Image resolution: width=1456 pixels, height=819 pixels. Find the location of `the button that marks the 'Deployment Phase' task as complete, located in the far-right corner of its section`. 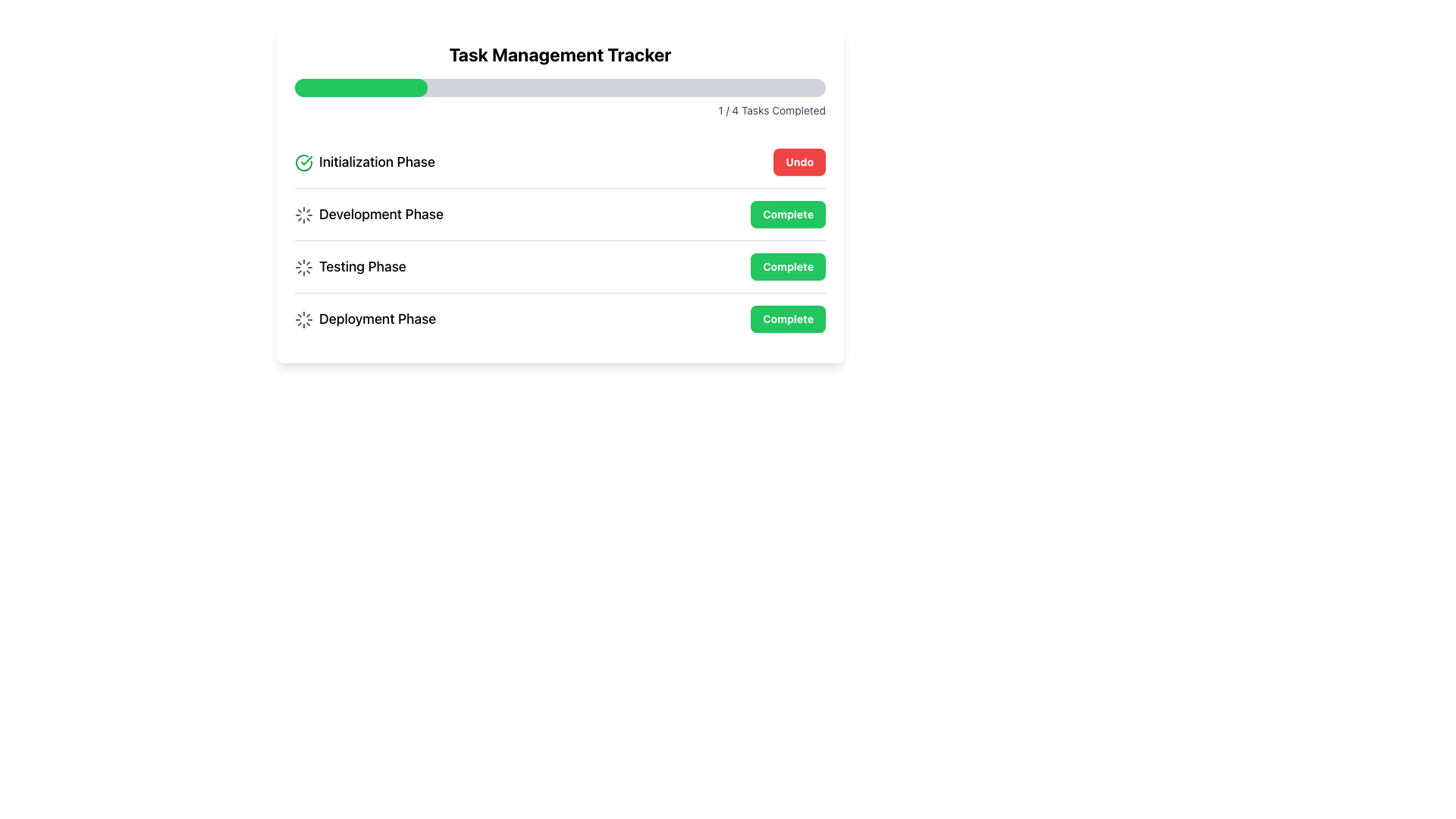

the button that marks the 'Deployment Phase' task as complete, located in the far-right corner of its section is located at coordinates (788, 318).